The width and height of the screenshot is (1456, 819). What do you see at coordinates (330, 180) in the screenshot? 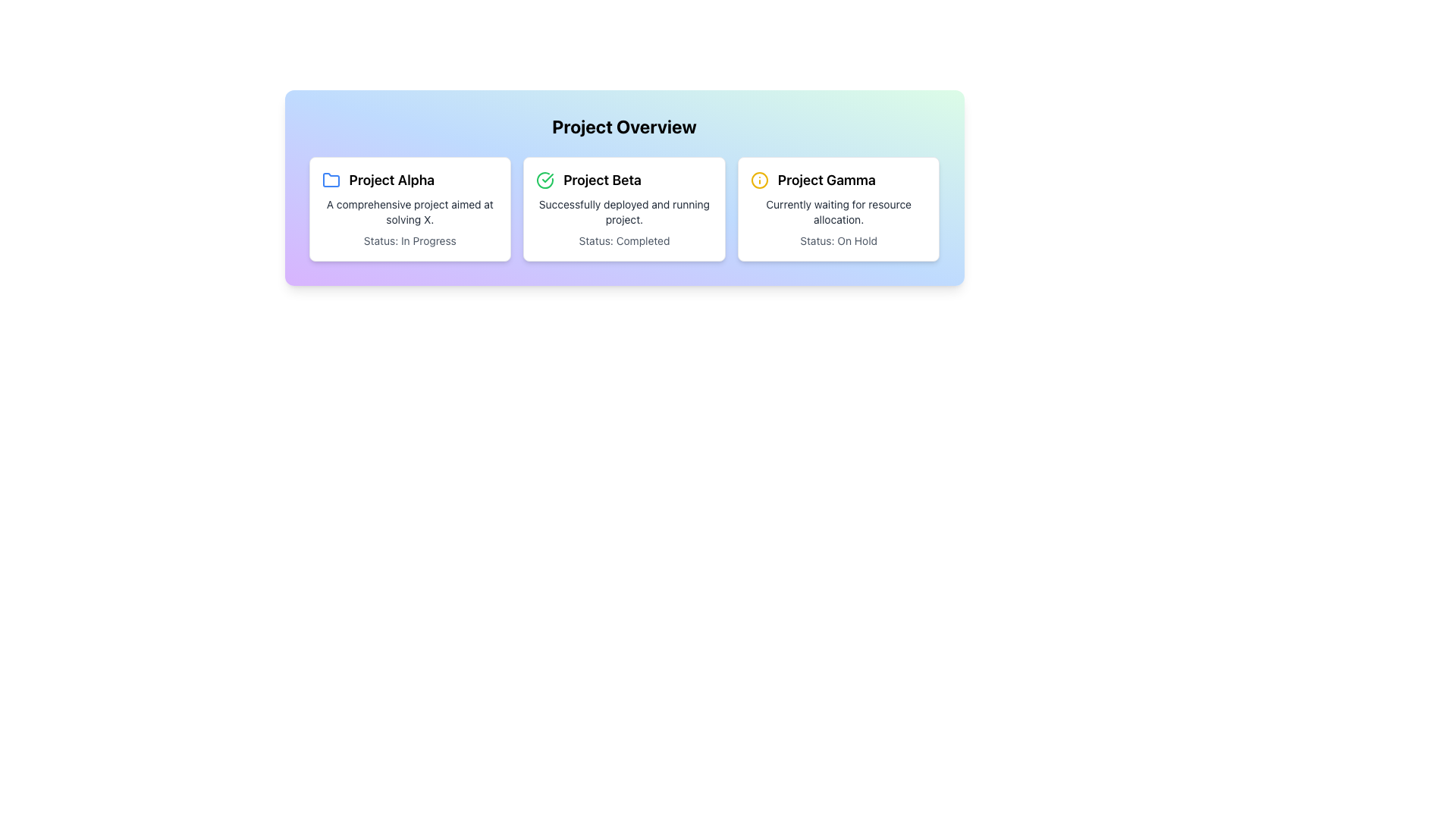
I see `the folder icon with a blue border located at the top-left corner of the 'Project Alpha' card` at bounding box center [330, 180].